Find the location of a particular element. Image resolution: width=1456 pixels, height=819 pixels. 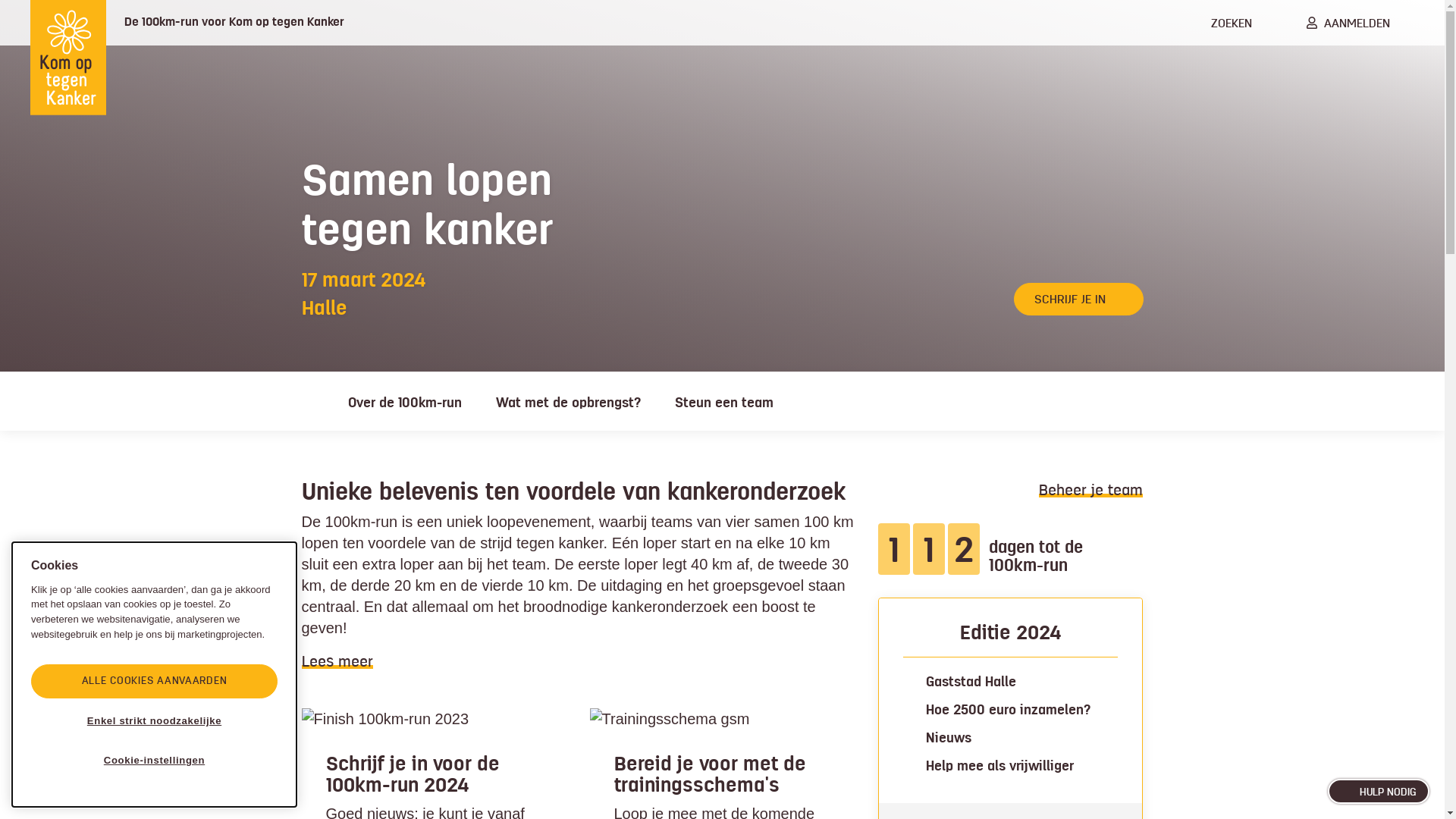

'Hoe 2500 euro inzamelen?' is located at coordinates (1007, 710).